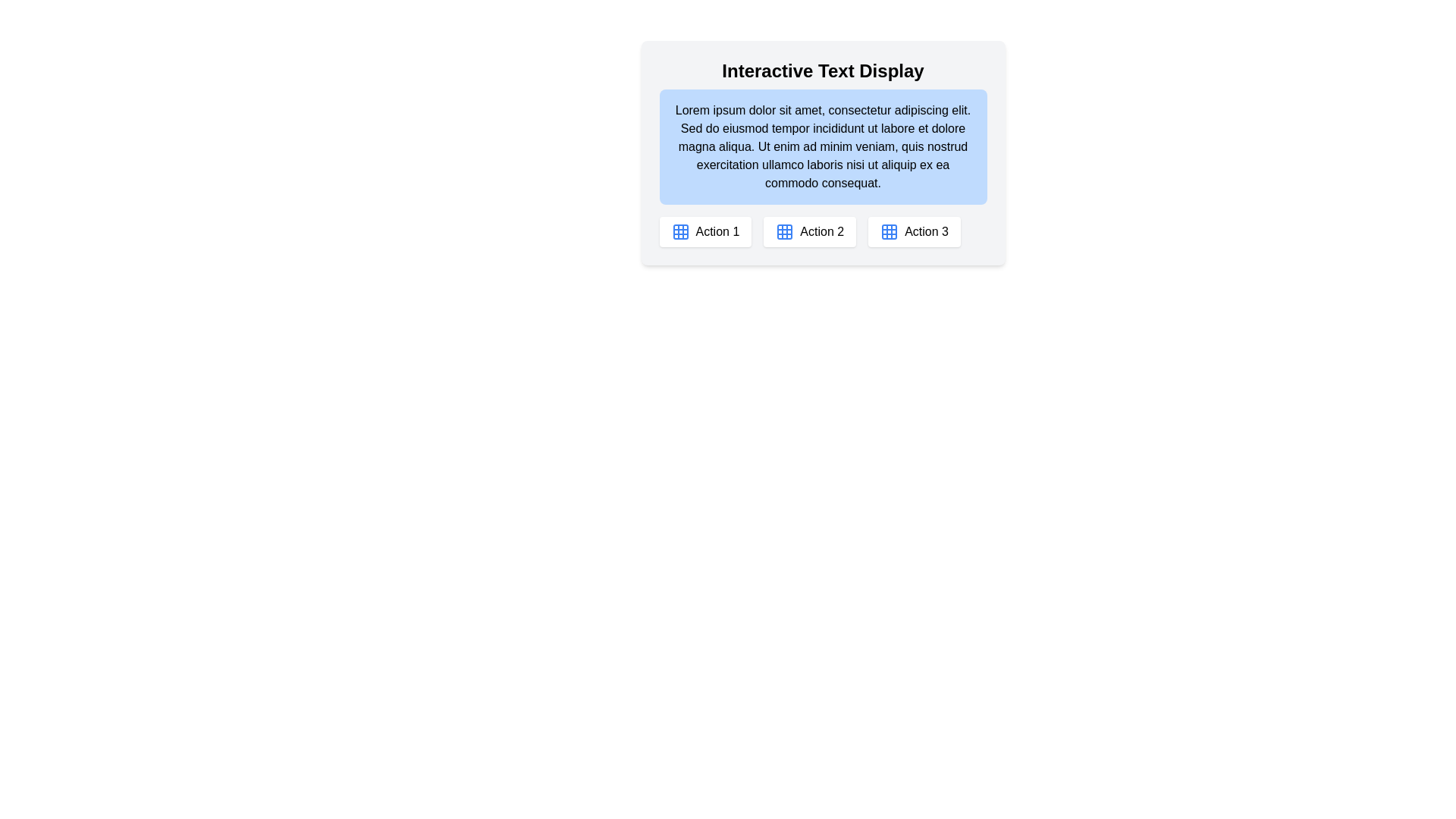 The height and width of the screenshot is (819, 1456). What do you see at coordinates (679, 231) in the screenshot?
I see `the decorative square with rounded corners, styled with a blue border and white interior, located in the center of a grid layout within the SVG element` at bounding box center [679, 231].